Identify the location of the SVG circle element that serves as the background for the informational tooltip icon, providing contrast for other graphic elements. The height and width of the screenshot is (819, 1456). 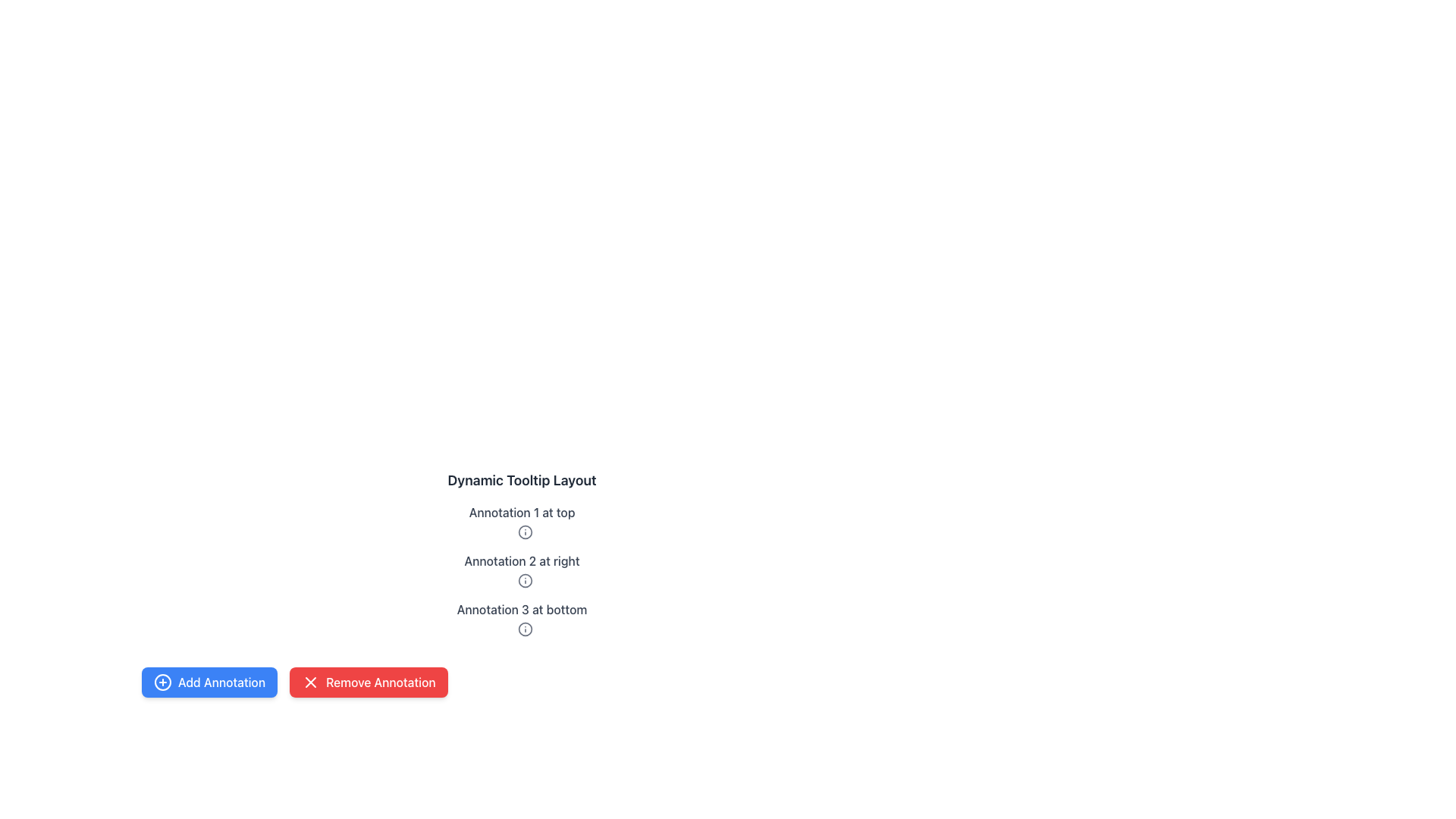
(525, 531).